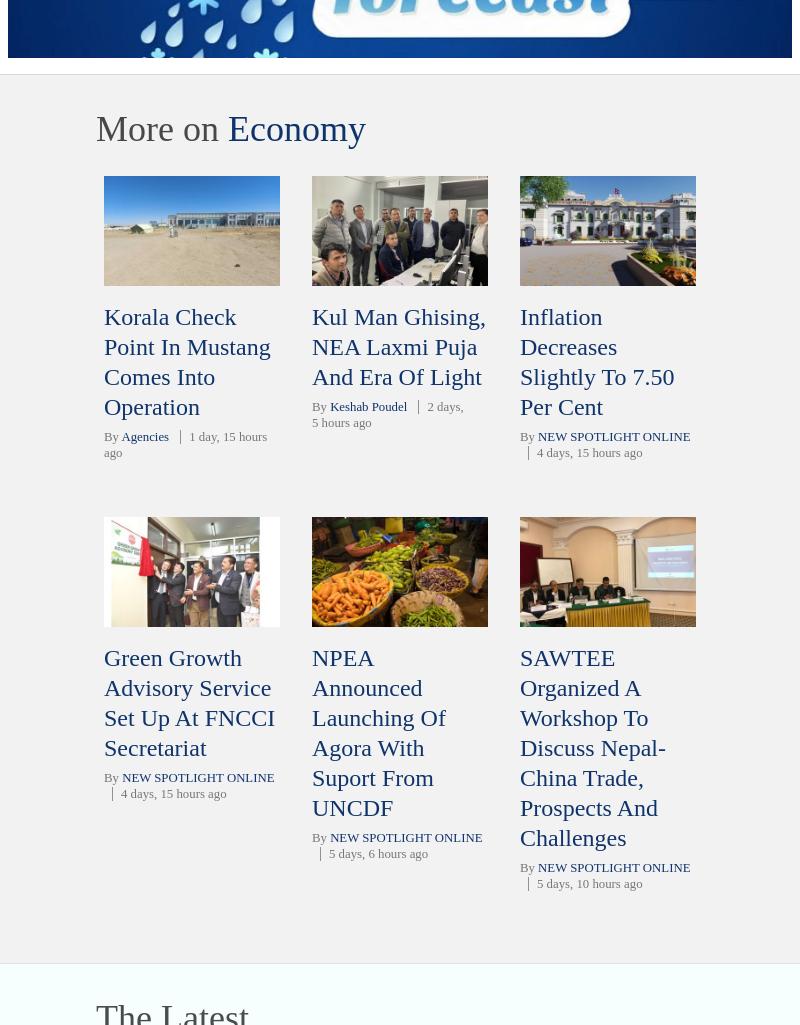 The width and height of the screenshot is (800, 1025). I want to click on '5 days, 10 hours ago', so click(588, 883).